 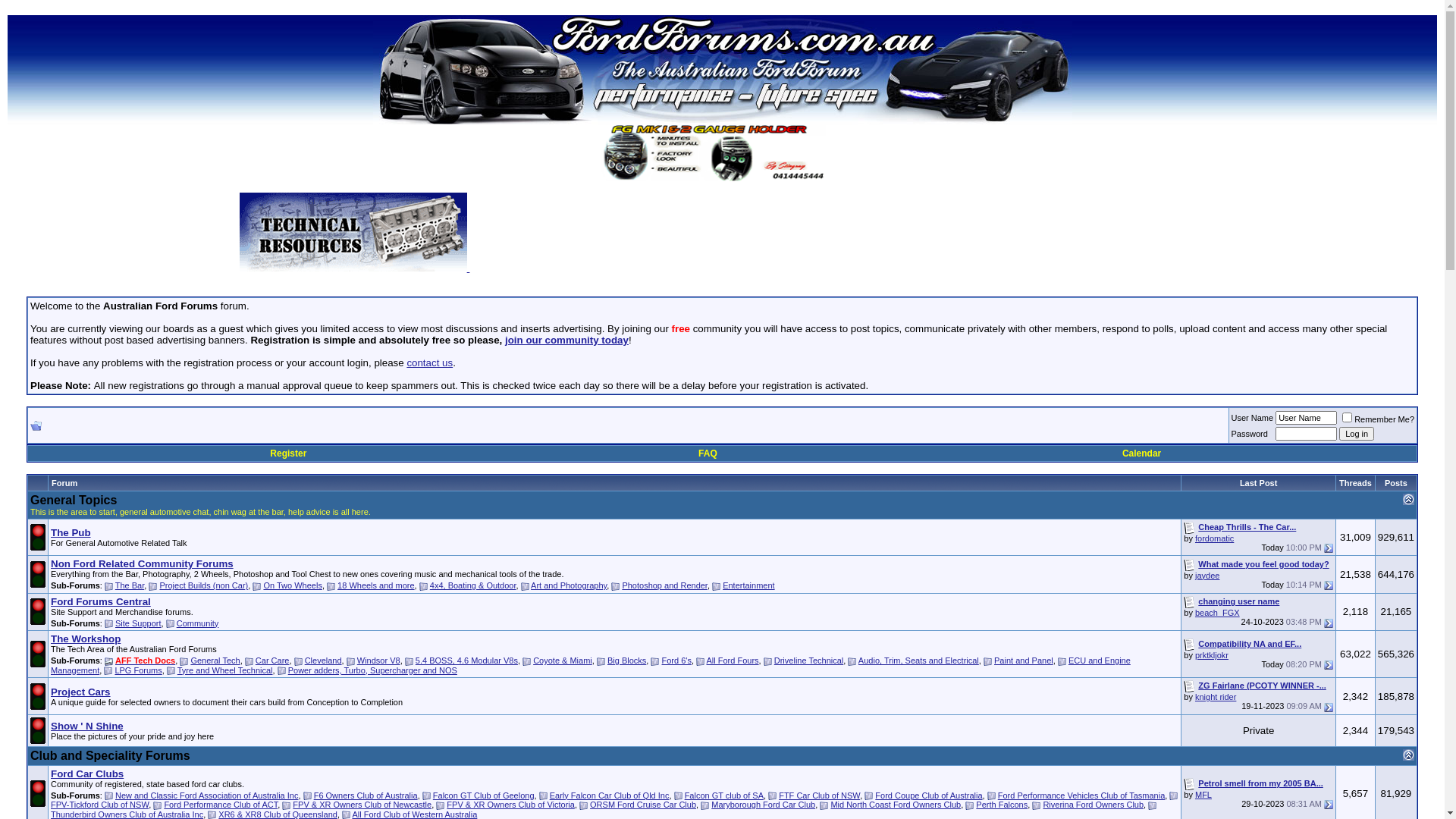 I want to click on 'Project Builds (non Car)', so click(x=202, y=584).